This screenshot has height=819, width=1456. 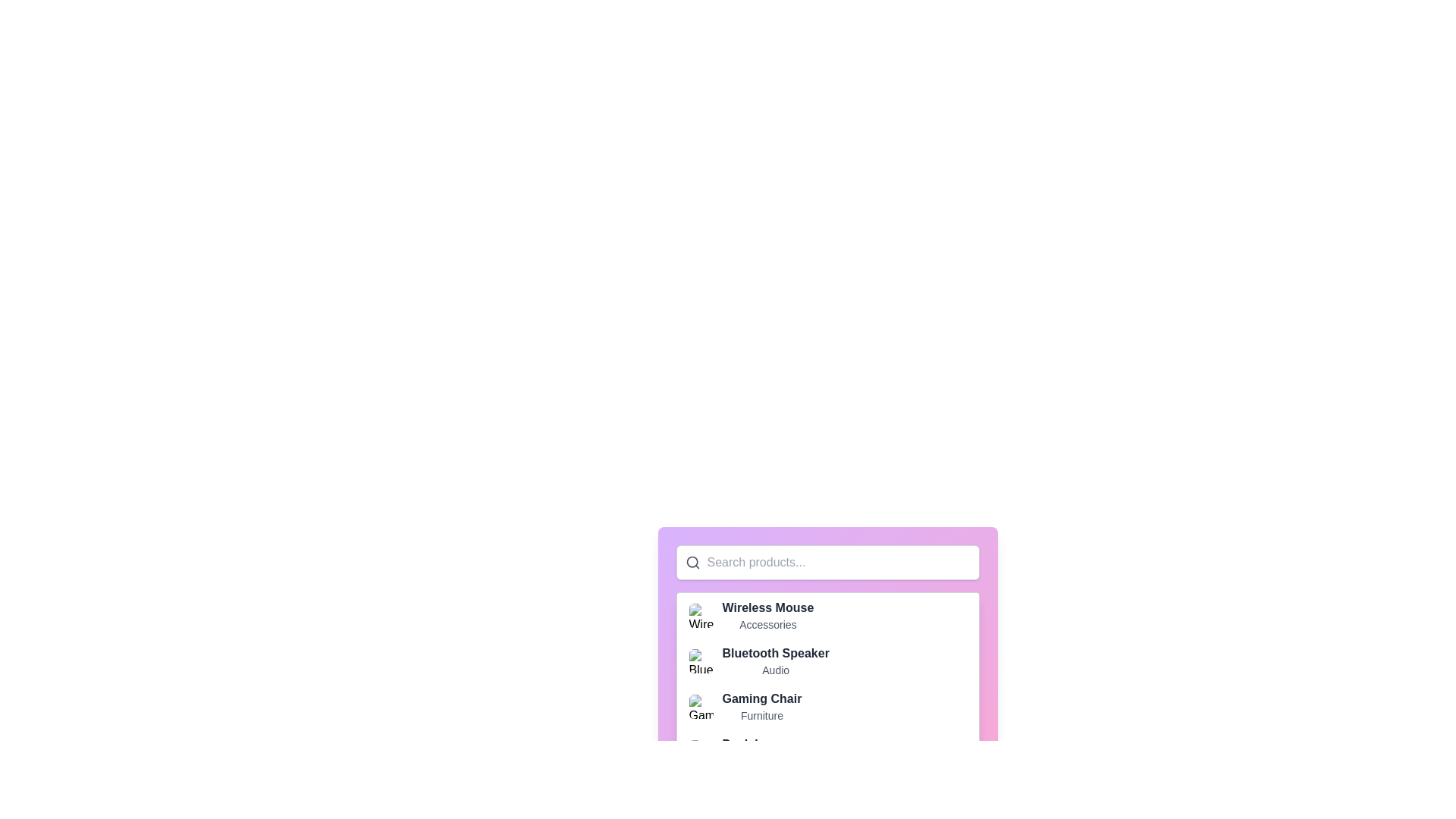 What do you see at coordinates (827, 659) in the screenshot?
I see `the second list item representing 'Bluetooth Speaker' with the subtitle 'Audio'` at bounding box center [827, 659].